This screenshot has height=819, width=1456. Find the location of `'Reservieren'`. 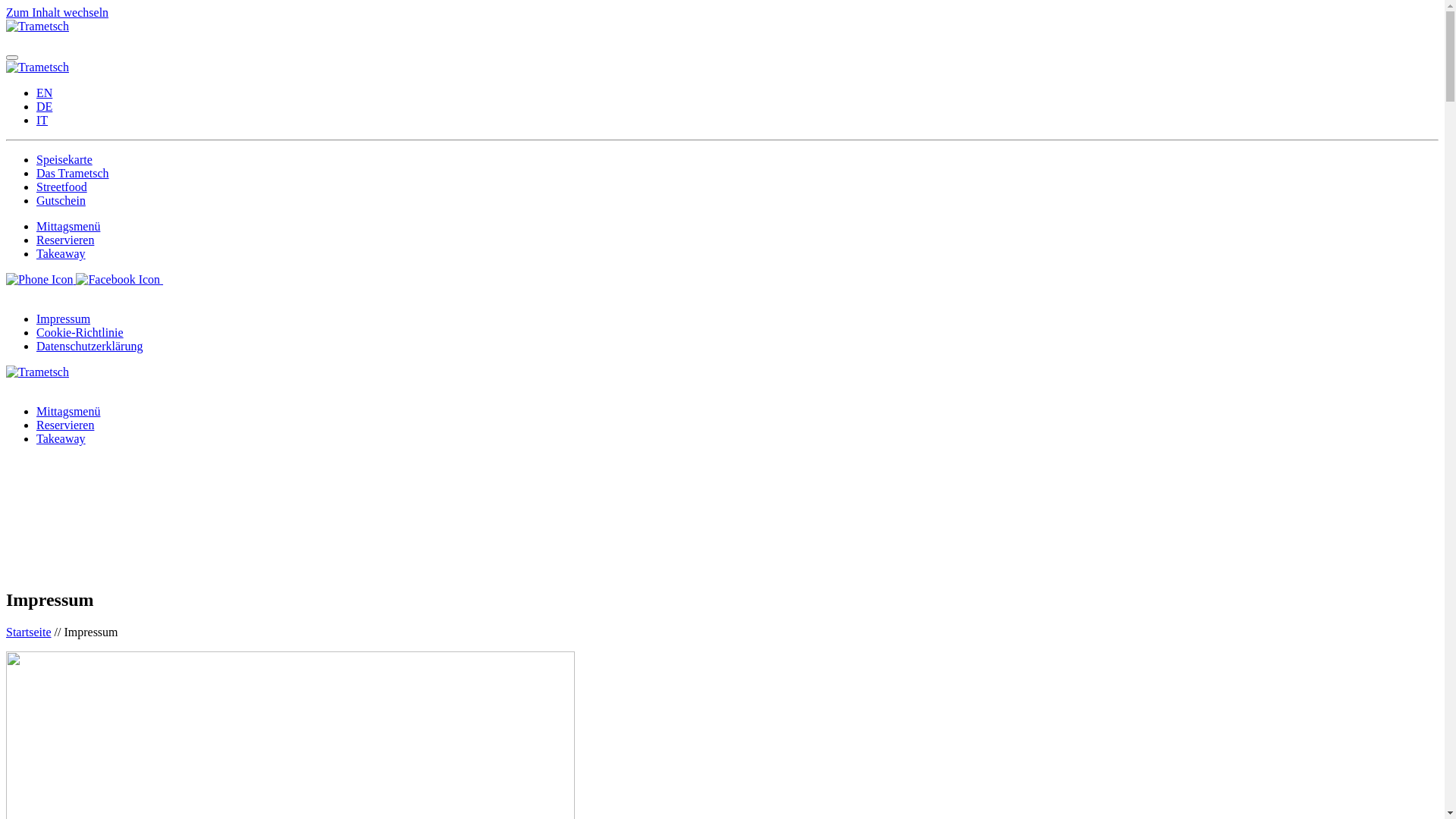

'Reservieren' is located at coordinates (64, 239).